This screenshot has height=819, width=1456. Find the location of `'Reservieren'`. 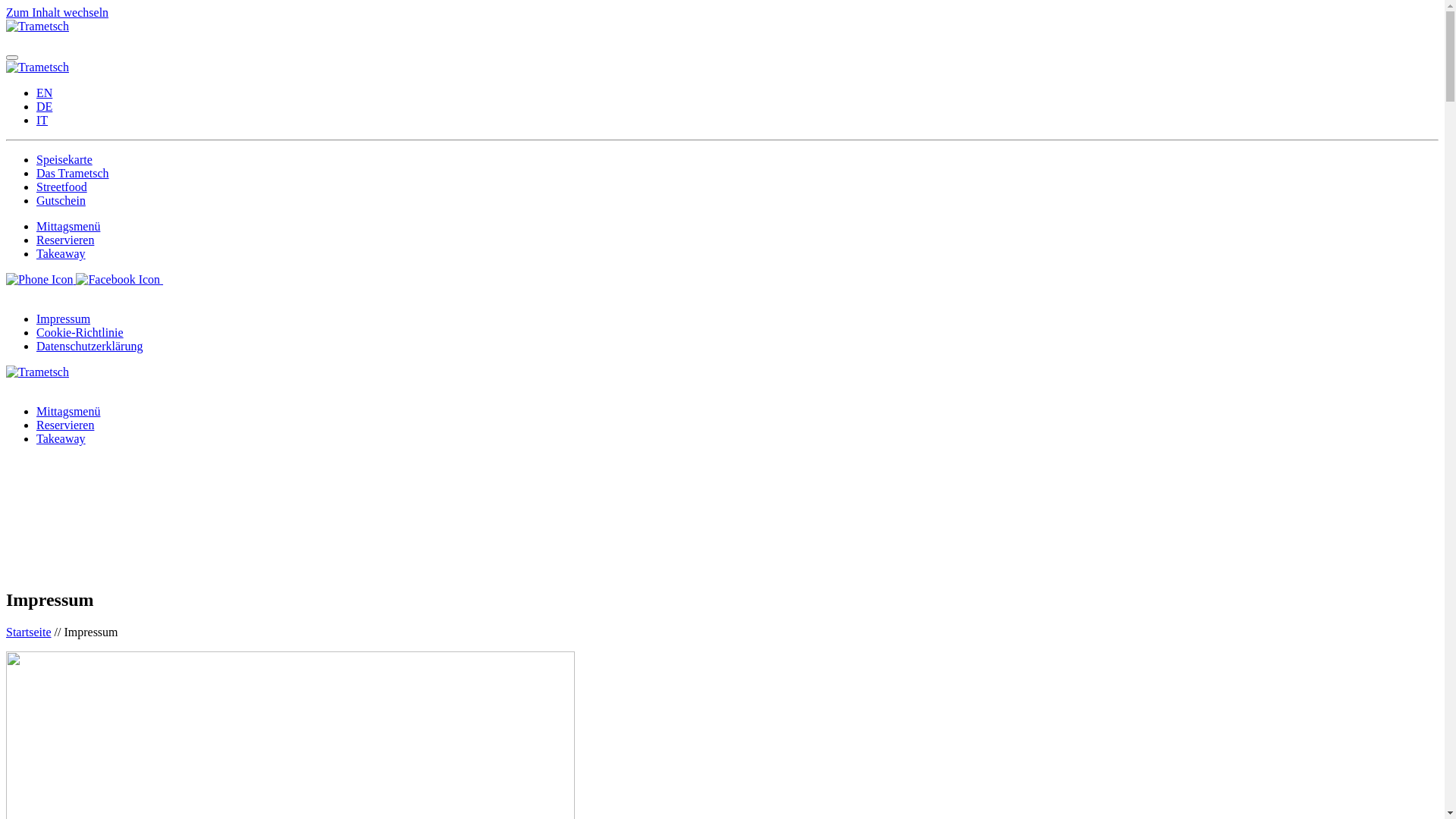

'Reservieren' is located at coordinates (64, 239).